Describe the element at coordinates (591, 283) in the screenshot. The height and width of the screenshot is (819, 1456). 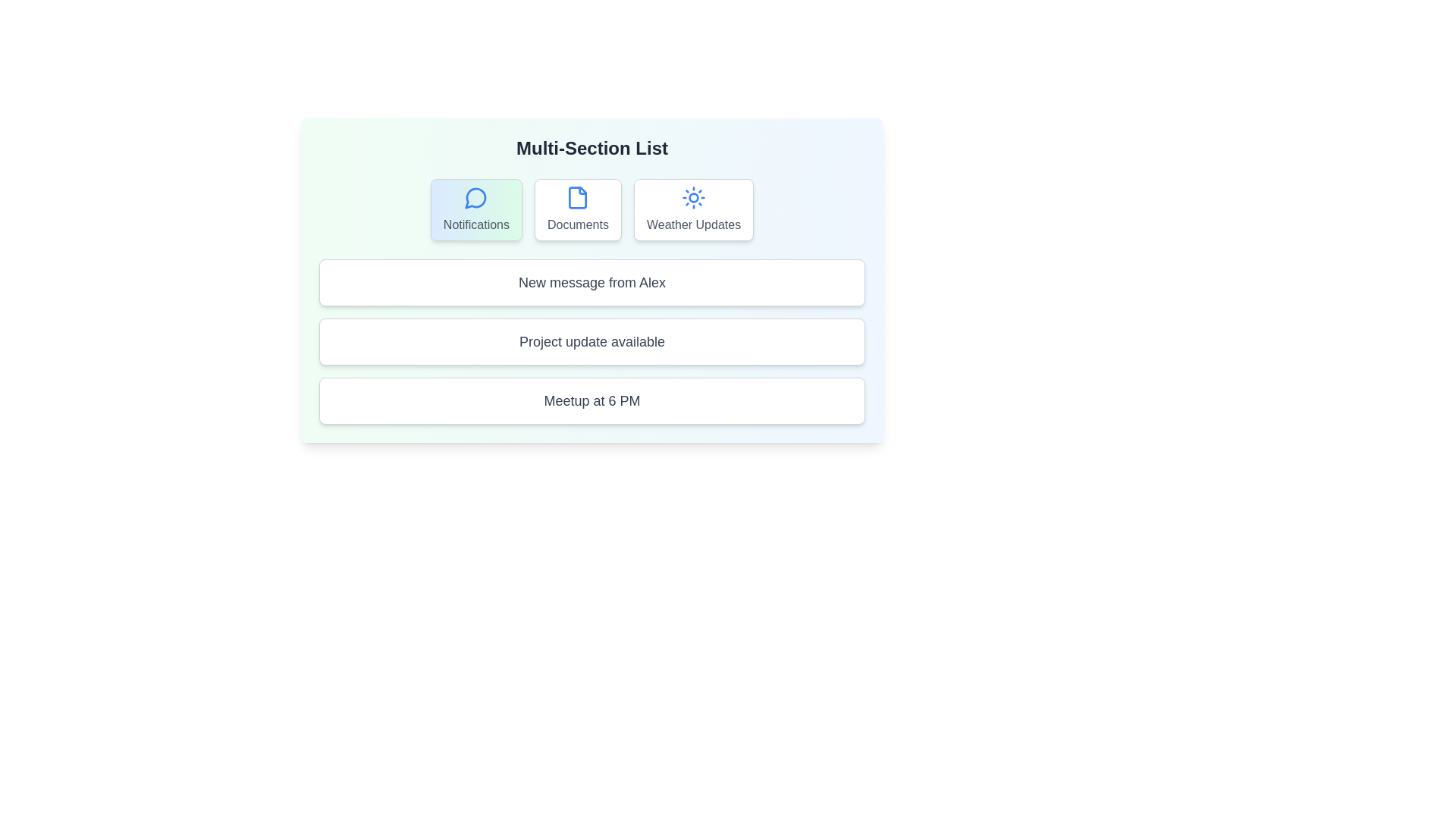
I see `the text 'New message from Alex' to select it` at that location.